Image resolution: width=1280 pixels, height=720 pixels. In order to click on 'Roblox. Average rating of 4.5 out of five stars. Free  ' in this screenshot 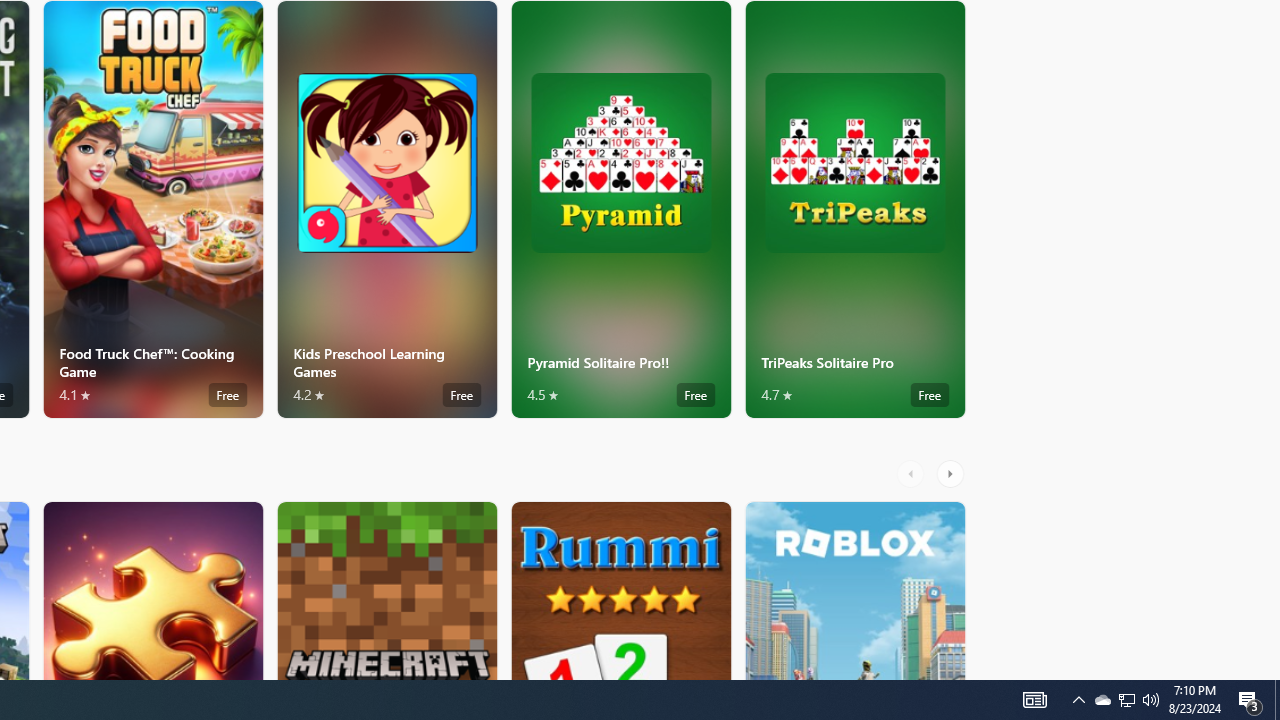, I will do `click(855, 589)`.